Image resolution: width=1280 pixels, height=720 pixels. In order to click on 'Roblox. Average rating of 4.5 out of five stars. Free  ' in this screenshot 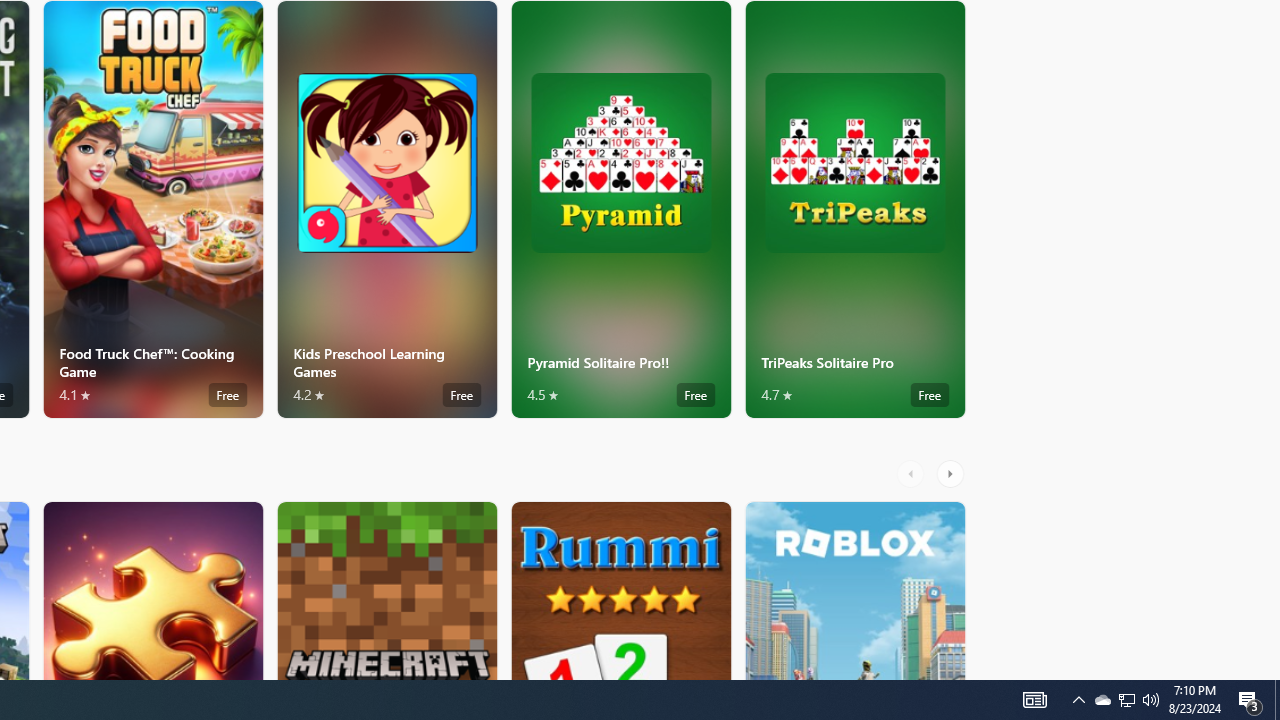, I will do `click(855, 589)`.